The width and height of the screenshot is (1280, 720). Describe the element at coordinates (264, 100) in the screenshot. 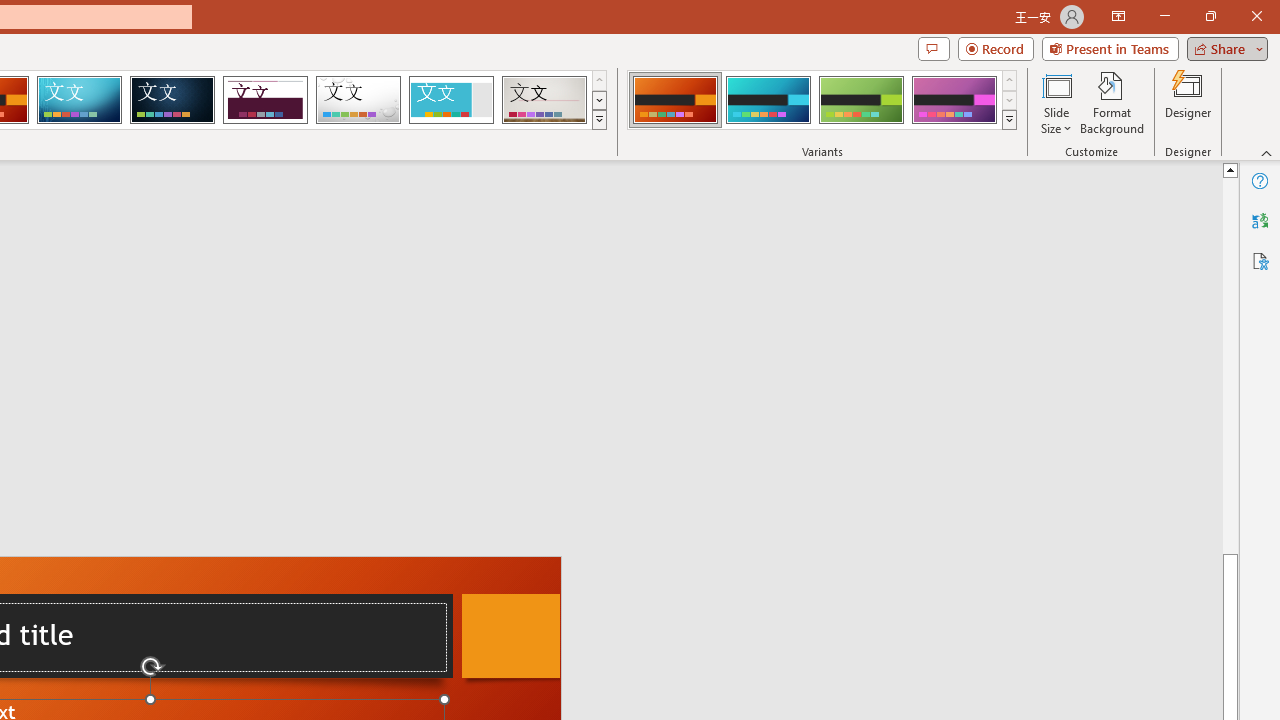

I see `'Dividend'` at that location.